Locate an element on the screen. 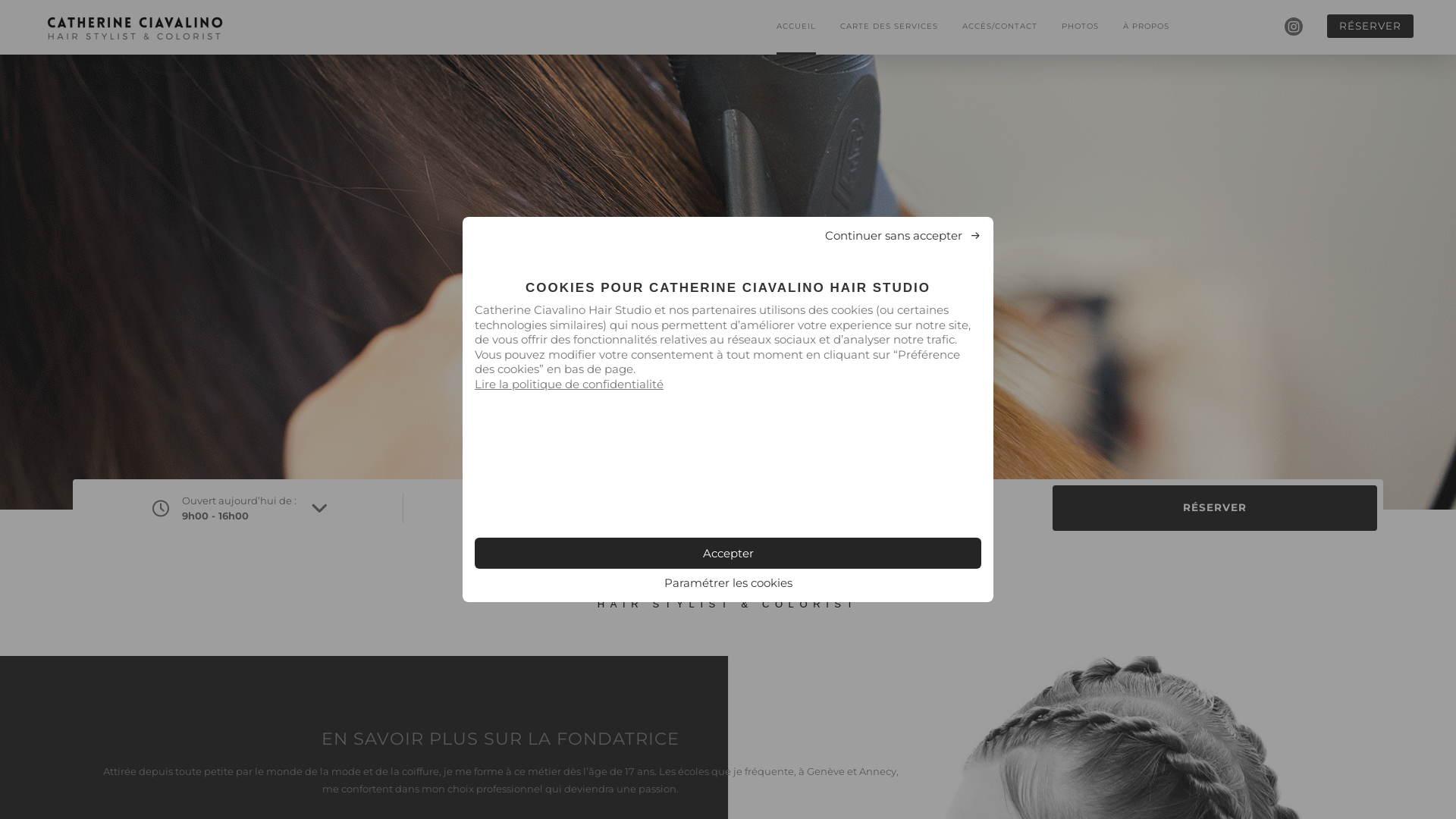  'CARTE DES SERVICES' is located at coordinates (889, 26).